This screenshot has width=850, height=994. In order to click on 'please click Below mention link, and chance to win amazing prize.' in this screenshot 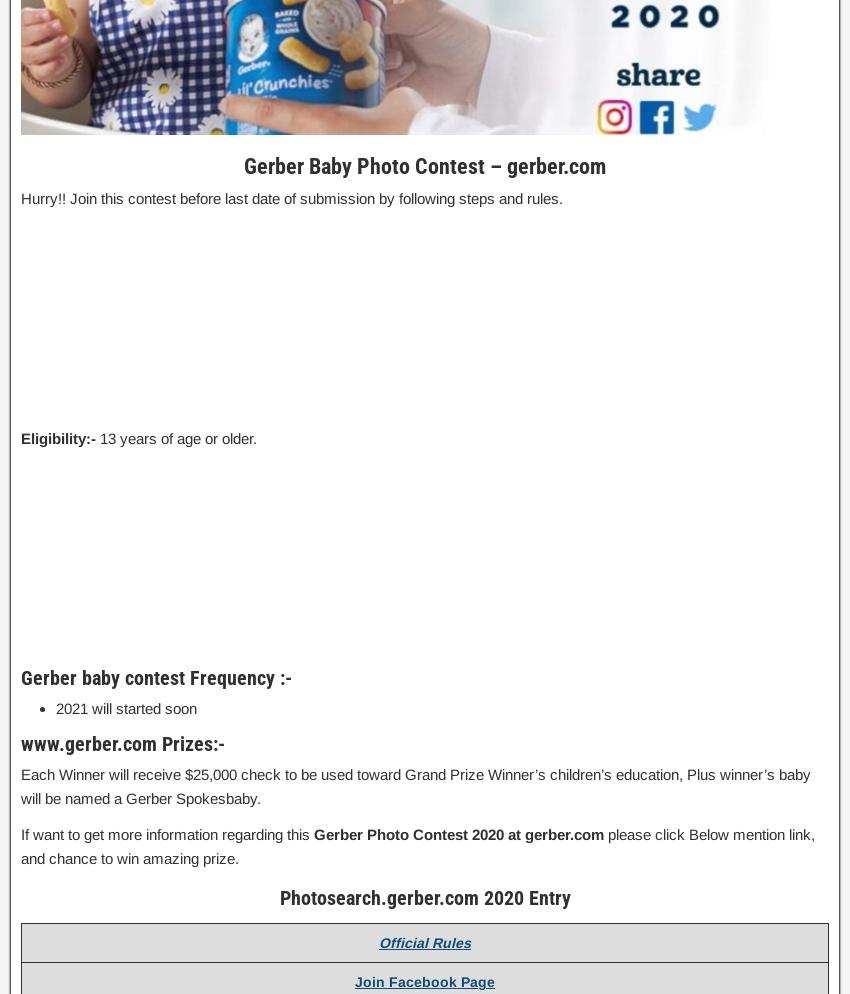, I will do `click(19, 844)`.